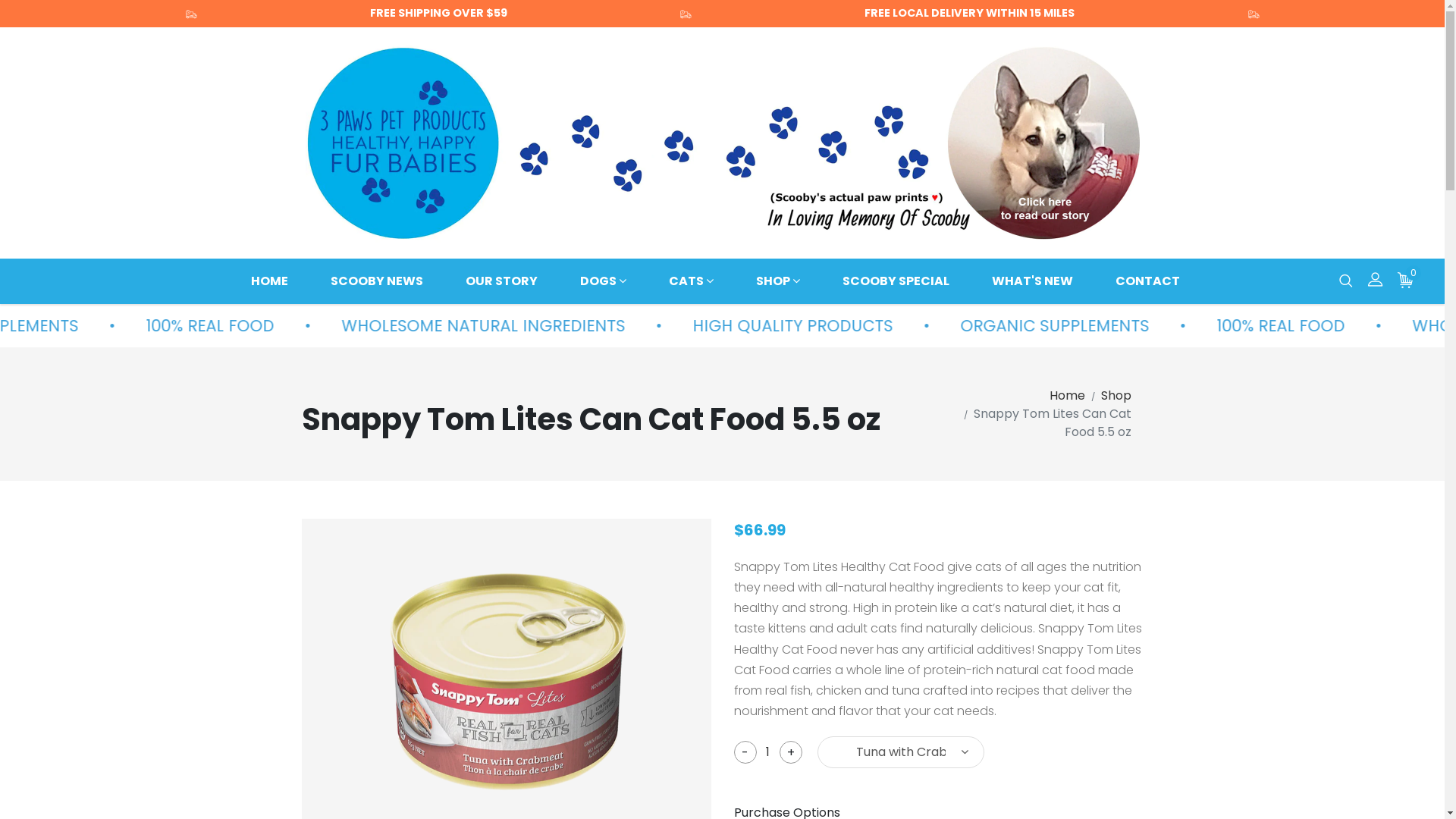  What do you see at coordinates (896, 281) in the screenshot?
I see `'SCOOBY SPECIAL'` at bounding box center [896, 281].